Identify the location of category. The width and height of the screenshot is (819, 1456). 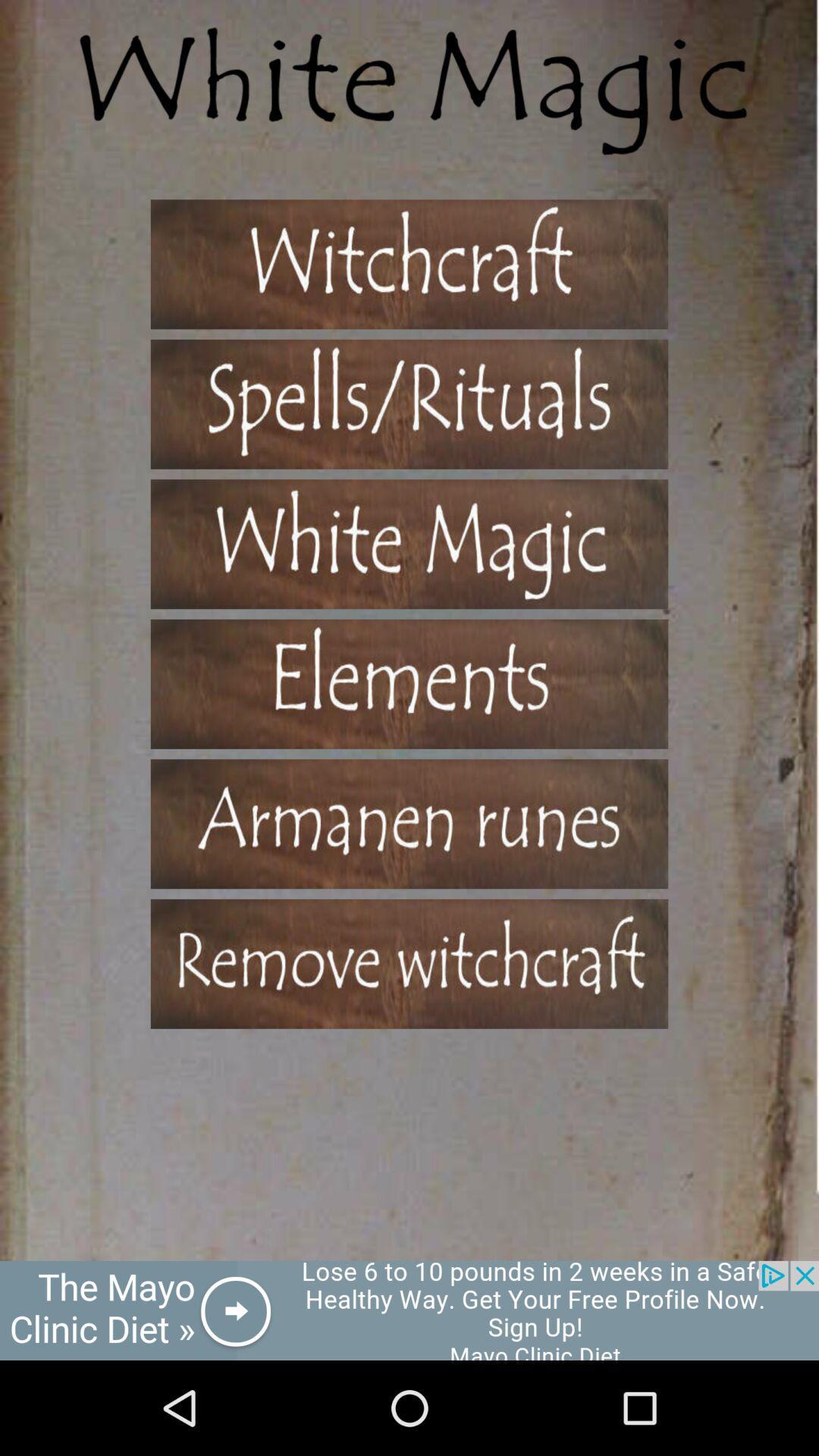
(409, 683).